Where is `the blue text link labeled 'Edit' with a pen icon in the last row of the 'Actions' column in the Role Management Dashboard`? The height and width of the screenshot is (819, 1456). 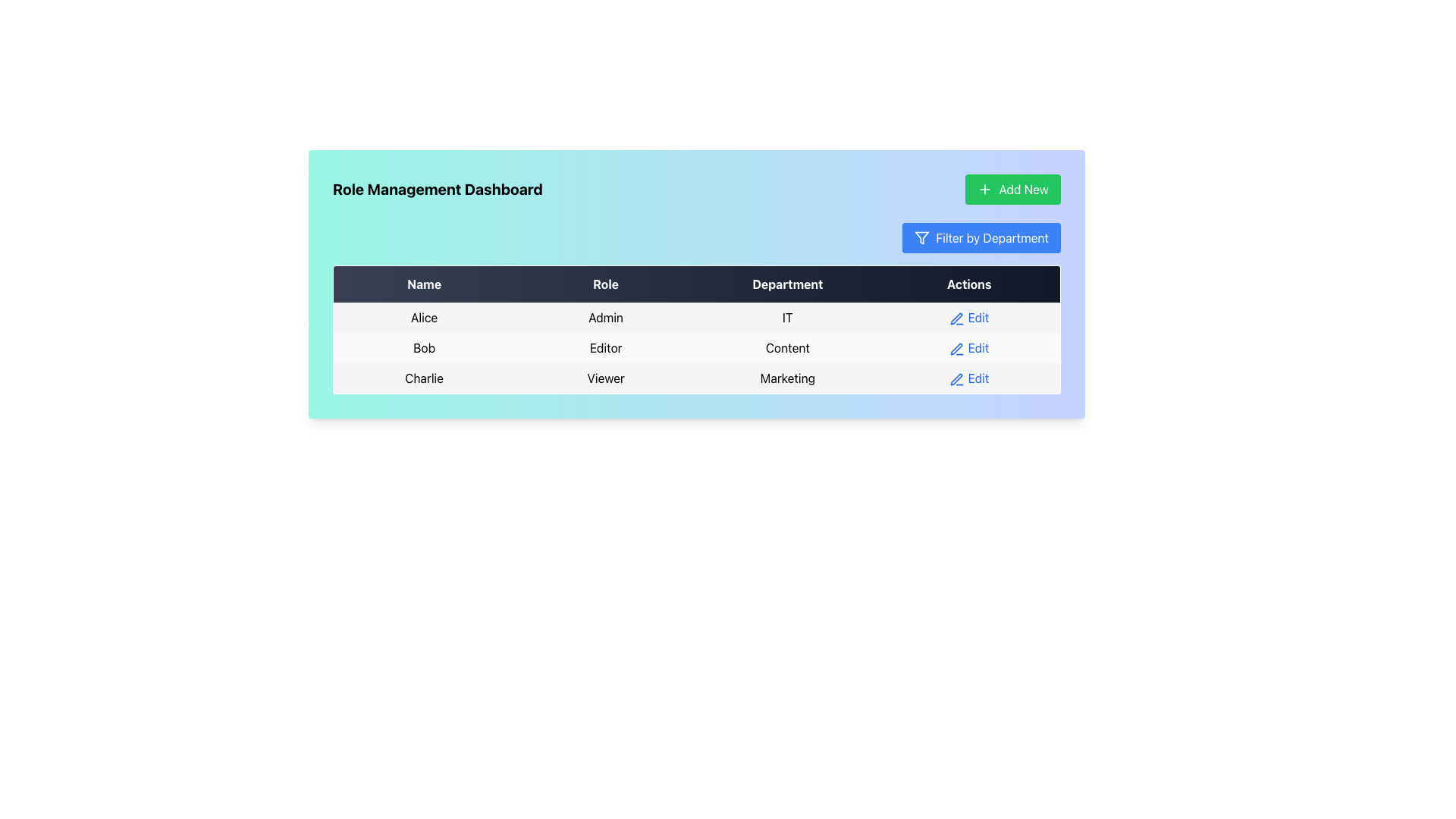 the blue text link labeled 'Edit' with a pen icon in the last row of the 'Actions' column in the Role Management Dashboard is located at coordinates (968, 378).